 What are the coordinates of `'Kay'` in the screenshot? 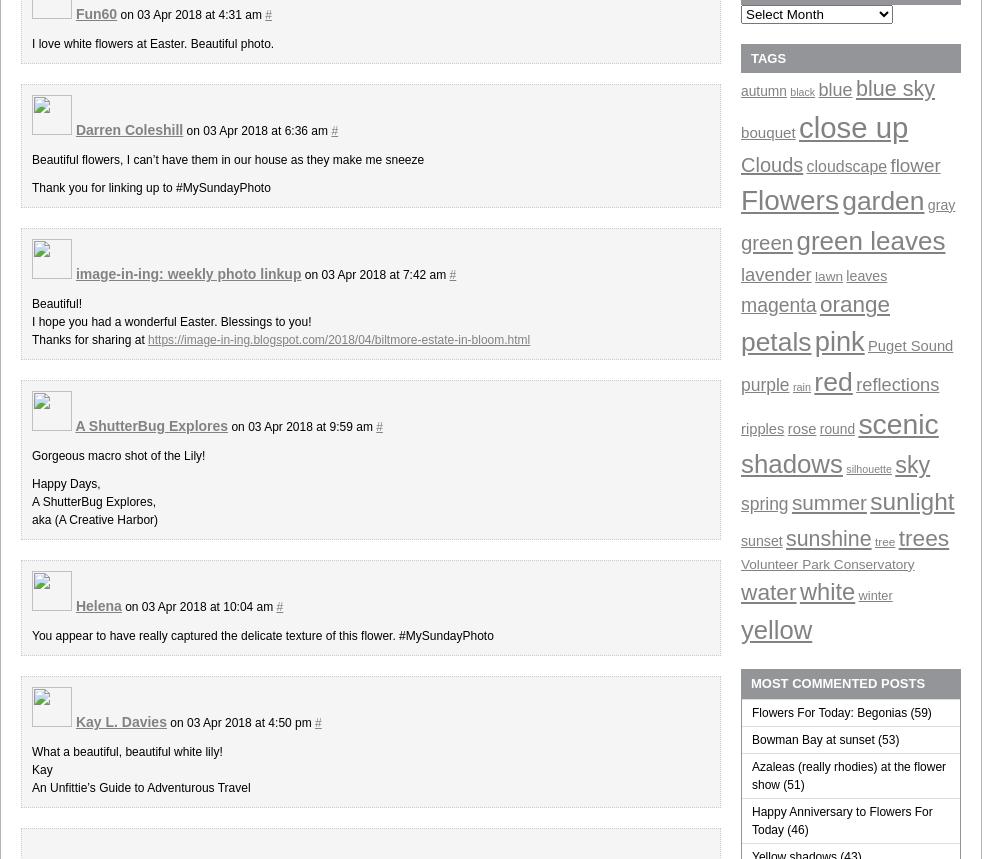 It's located at (42, 770).